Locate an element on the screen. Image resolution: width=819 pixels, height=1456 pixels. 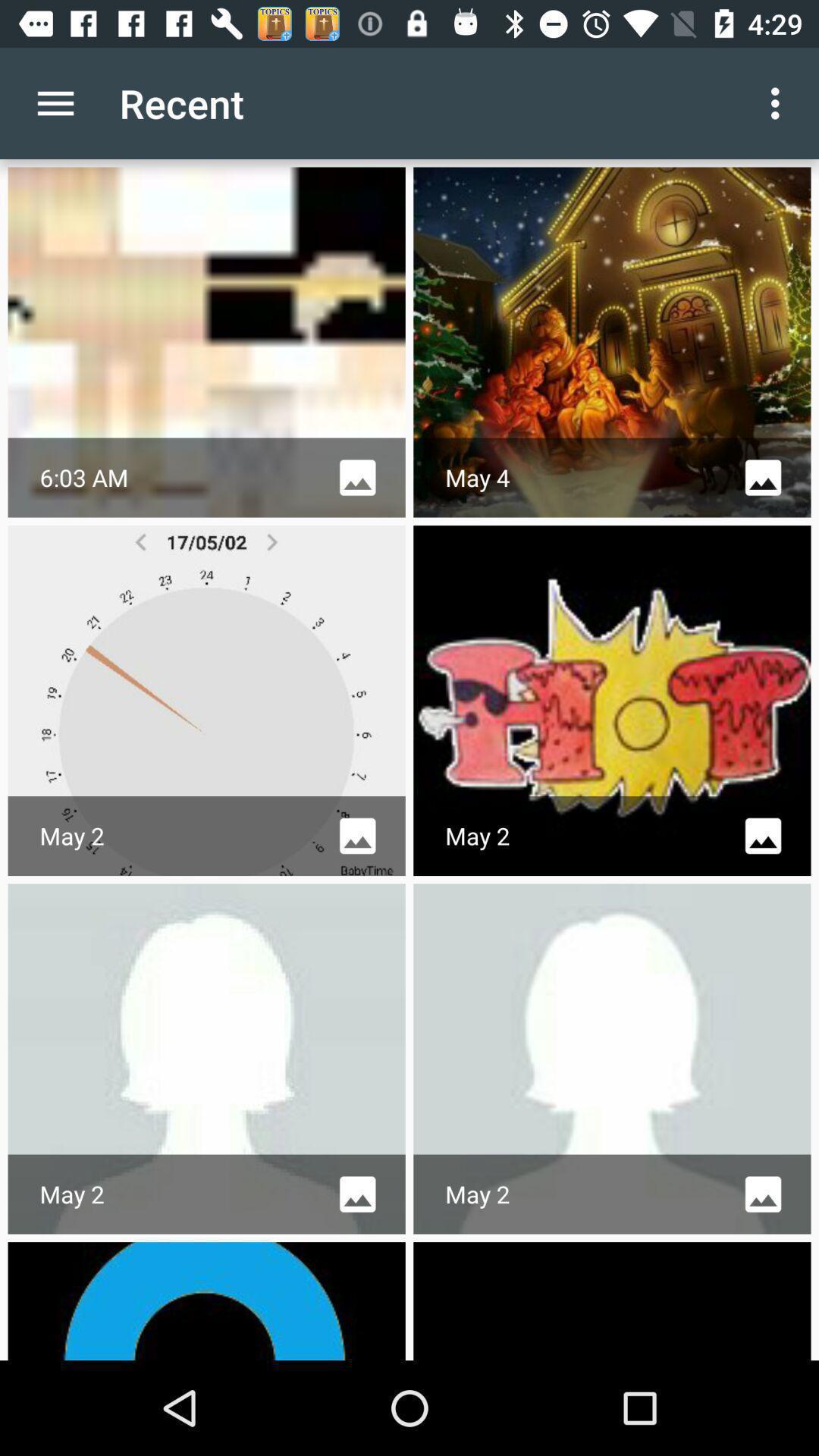
the second image icon in second row is located at coordinates (763, 835).